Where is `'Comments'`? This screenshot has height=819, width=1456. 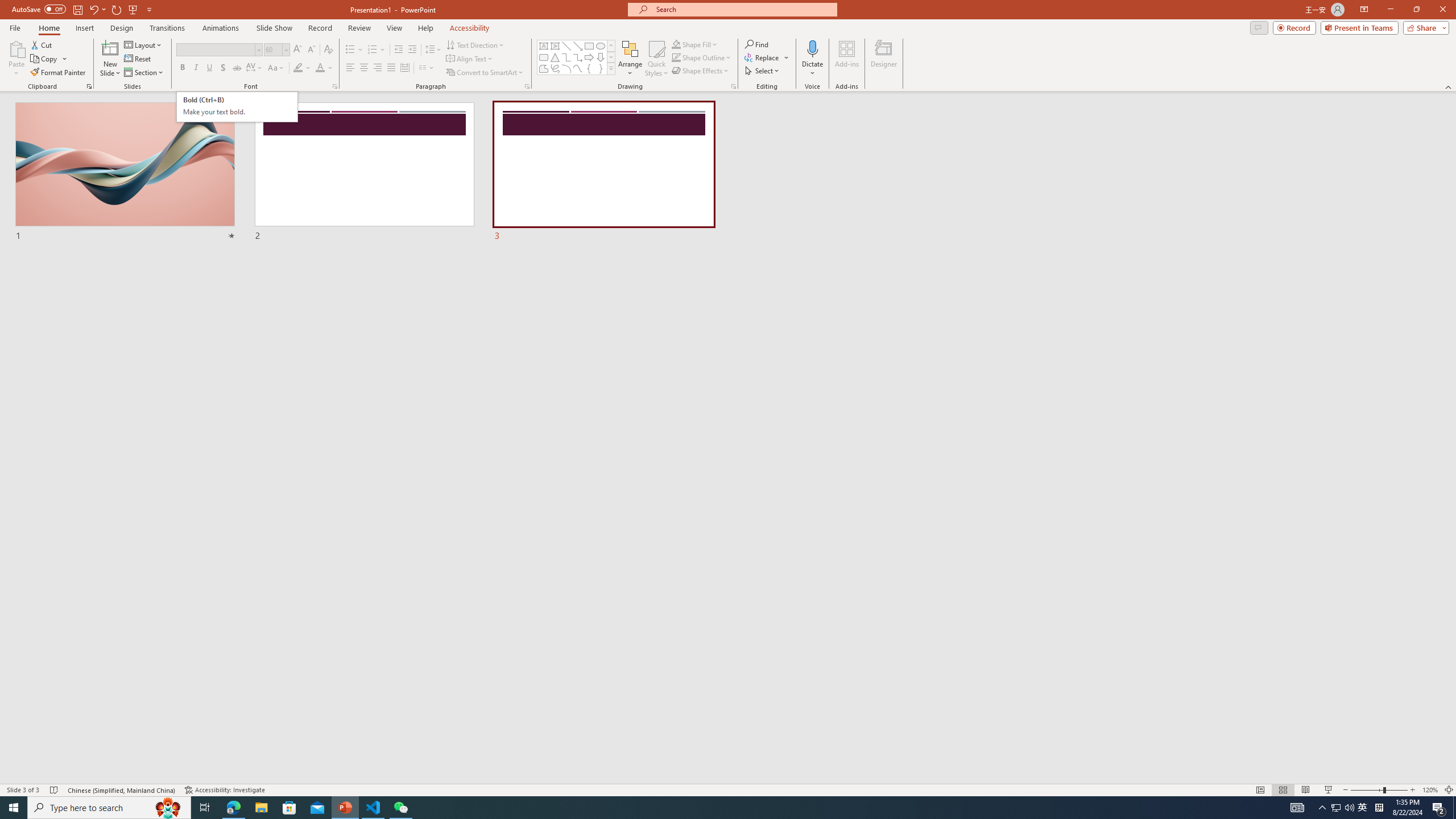
'Comments' is located at coordinates (1259, 27).